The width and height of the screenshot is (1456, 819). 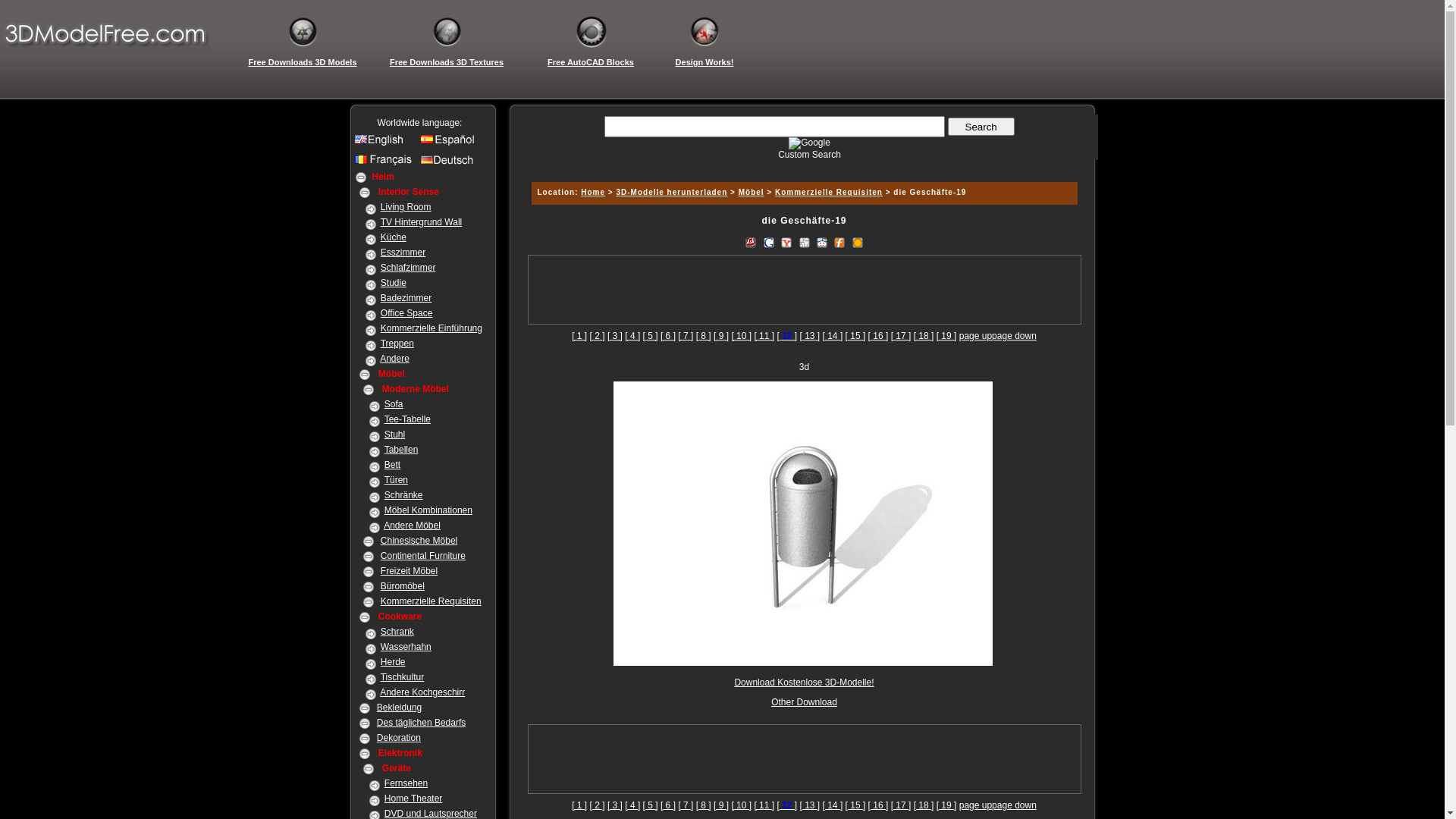 I want to click on 'Tee-Tabelle', so click(x=407, y=419).